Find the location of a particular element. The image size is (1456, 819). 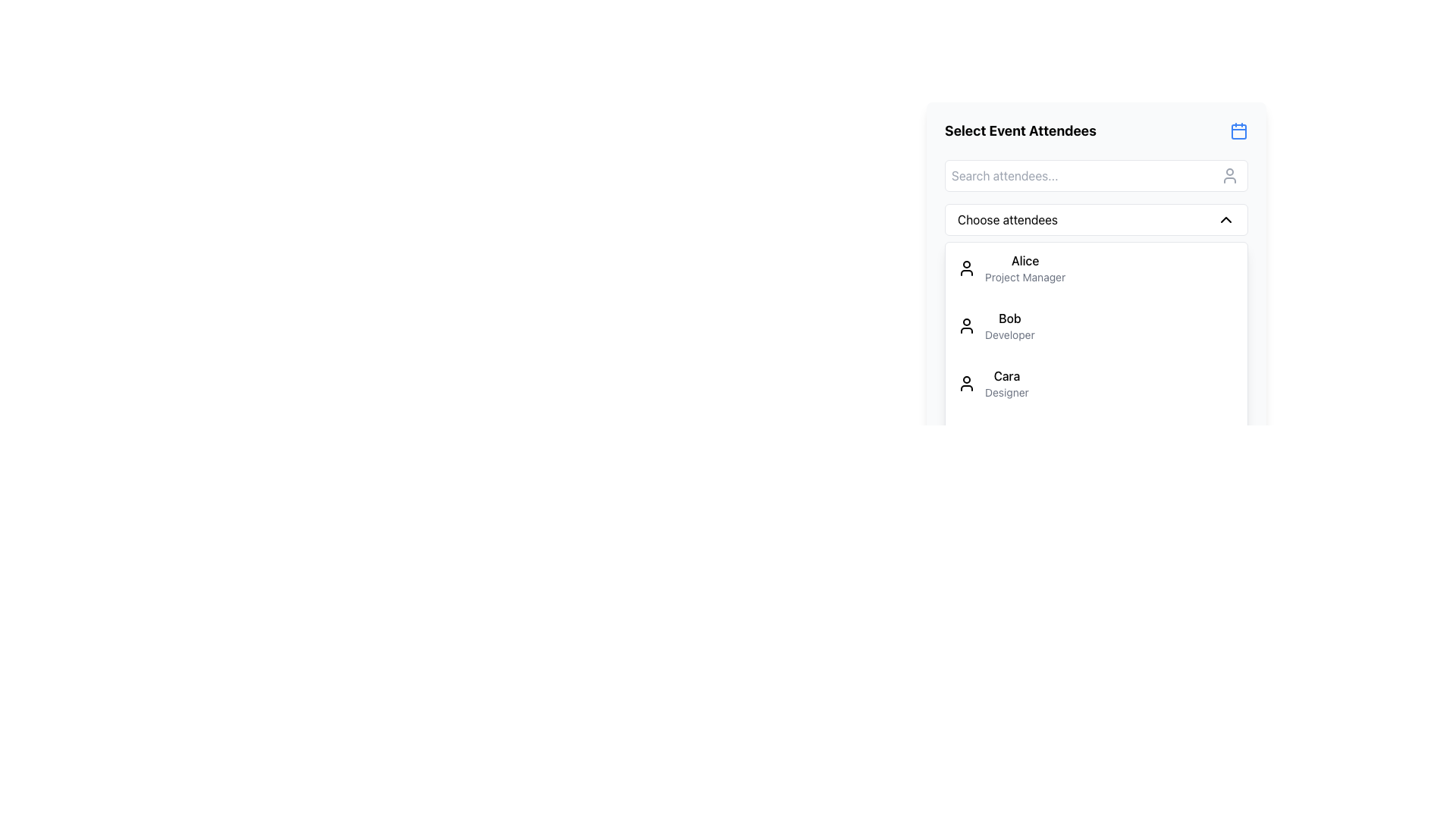

the SVG Rectangle located within the calendar icon at the top-right corner of the 'Select Event Attendees' panel is located at coordinates (1238, 130).